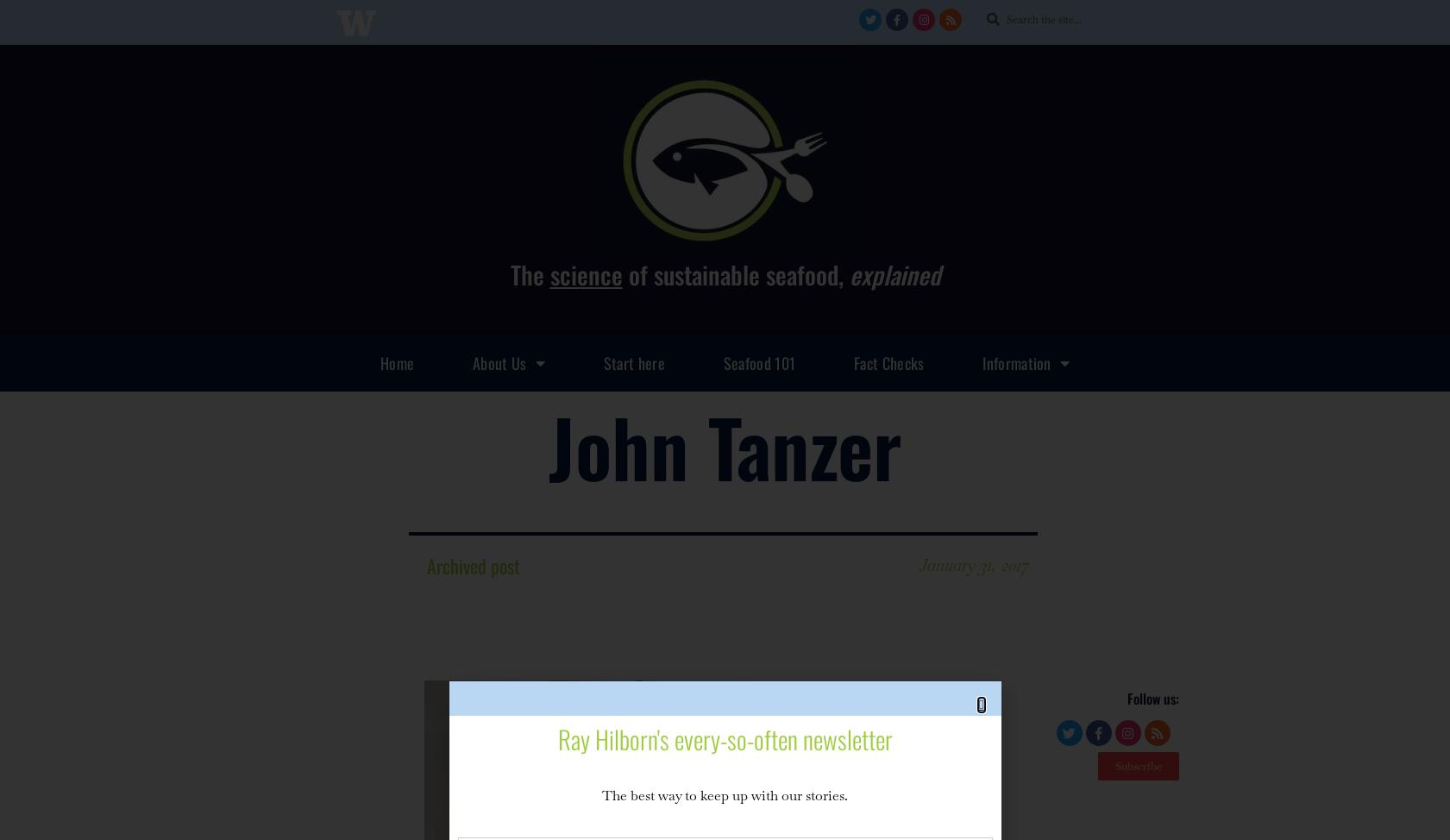  I want to click on 'Home', so click(395, 360).